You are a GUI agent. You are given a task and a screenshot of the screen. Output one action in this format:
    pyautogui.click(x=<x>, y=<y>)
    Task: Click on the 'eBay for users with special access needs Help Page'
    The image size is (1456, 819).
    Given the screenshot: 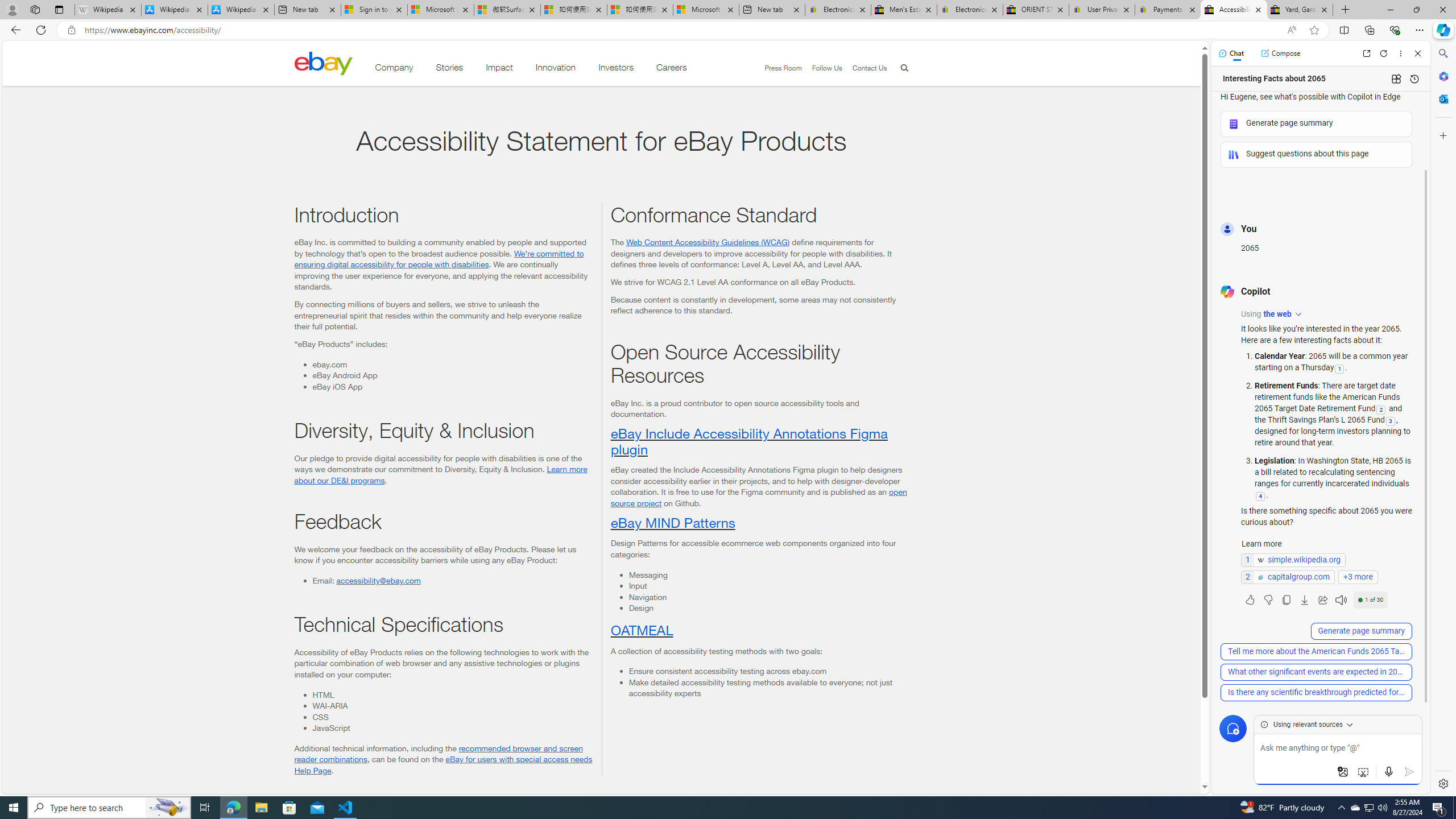 What is the action you would take?
    pyautogui.click(x=442, y=764)
    